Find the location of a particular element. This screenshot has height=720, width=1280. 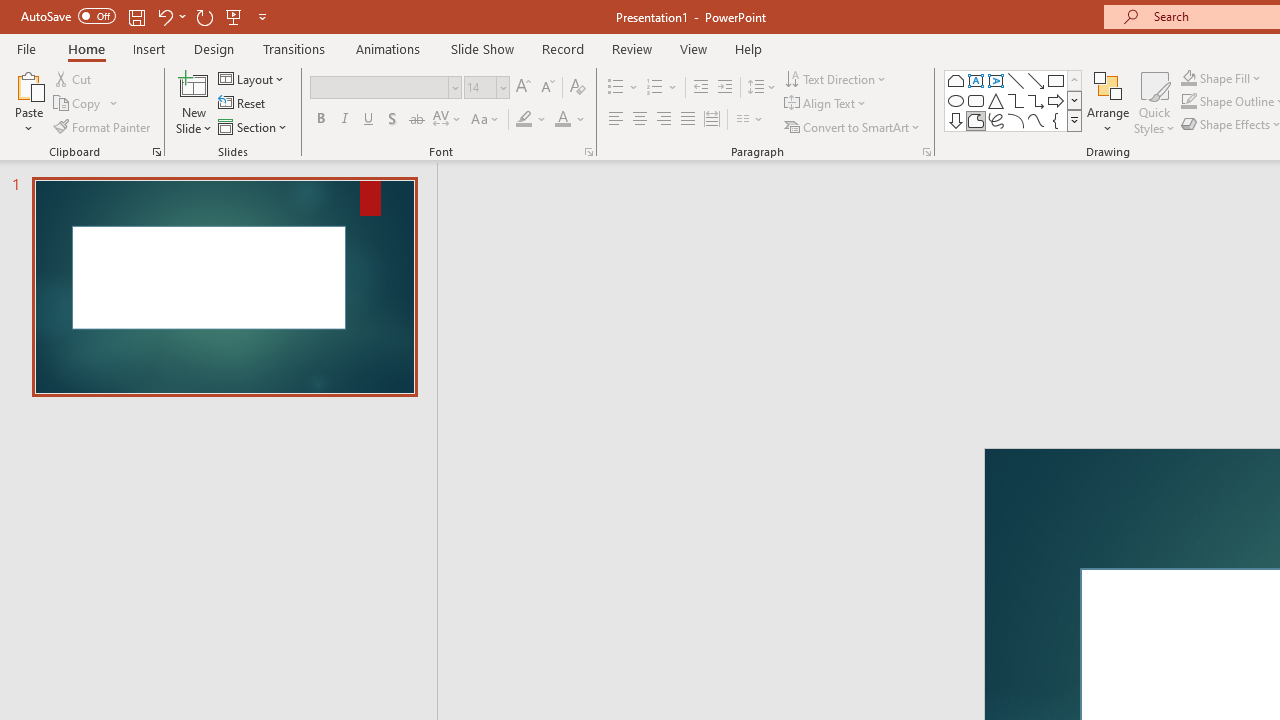

'Arc' is located at coordinates (1016, 120).